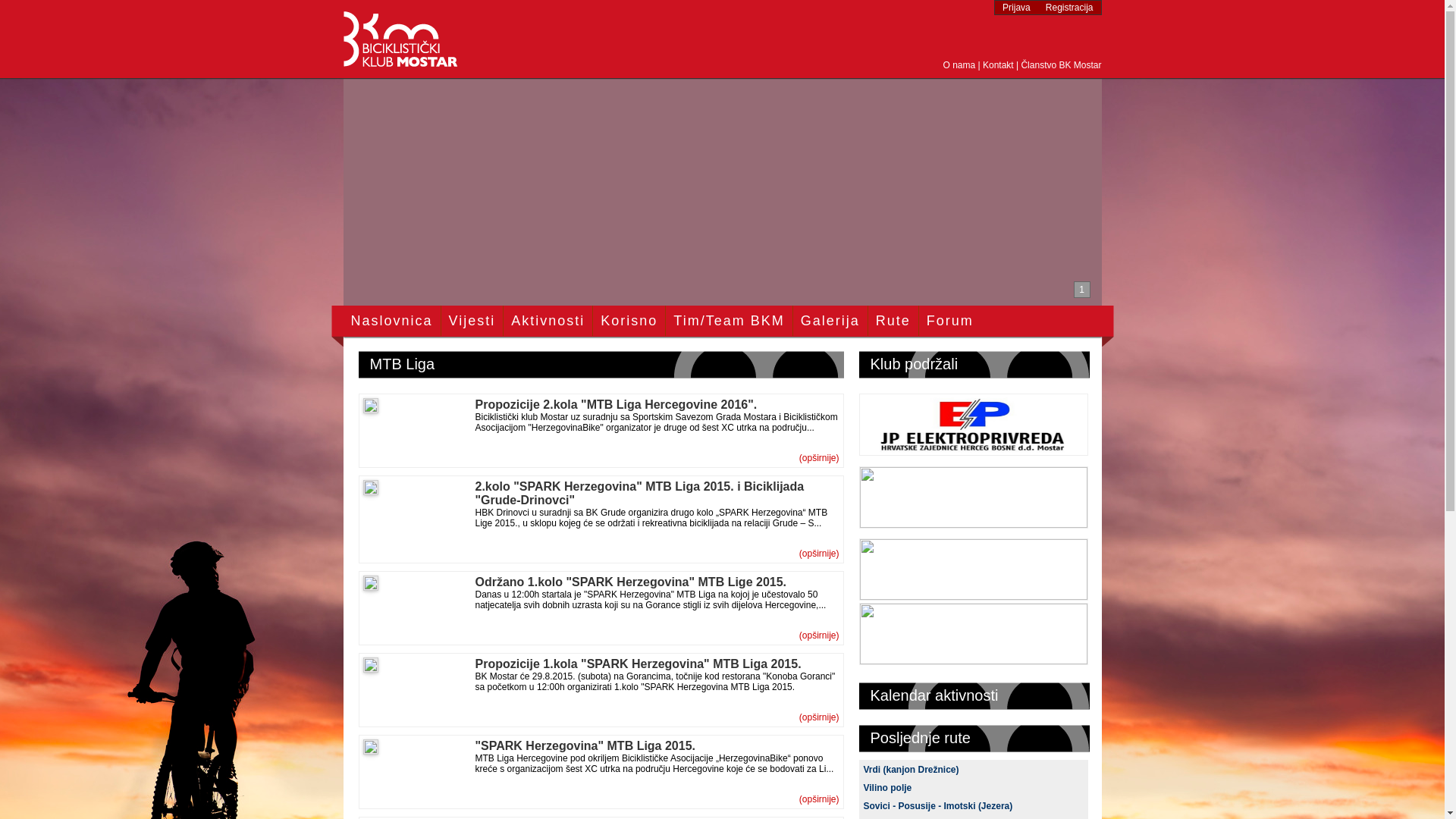 This screenshot has width=1456, height=819. I want to click on 'Shift', so click(858, 659).